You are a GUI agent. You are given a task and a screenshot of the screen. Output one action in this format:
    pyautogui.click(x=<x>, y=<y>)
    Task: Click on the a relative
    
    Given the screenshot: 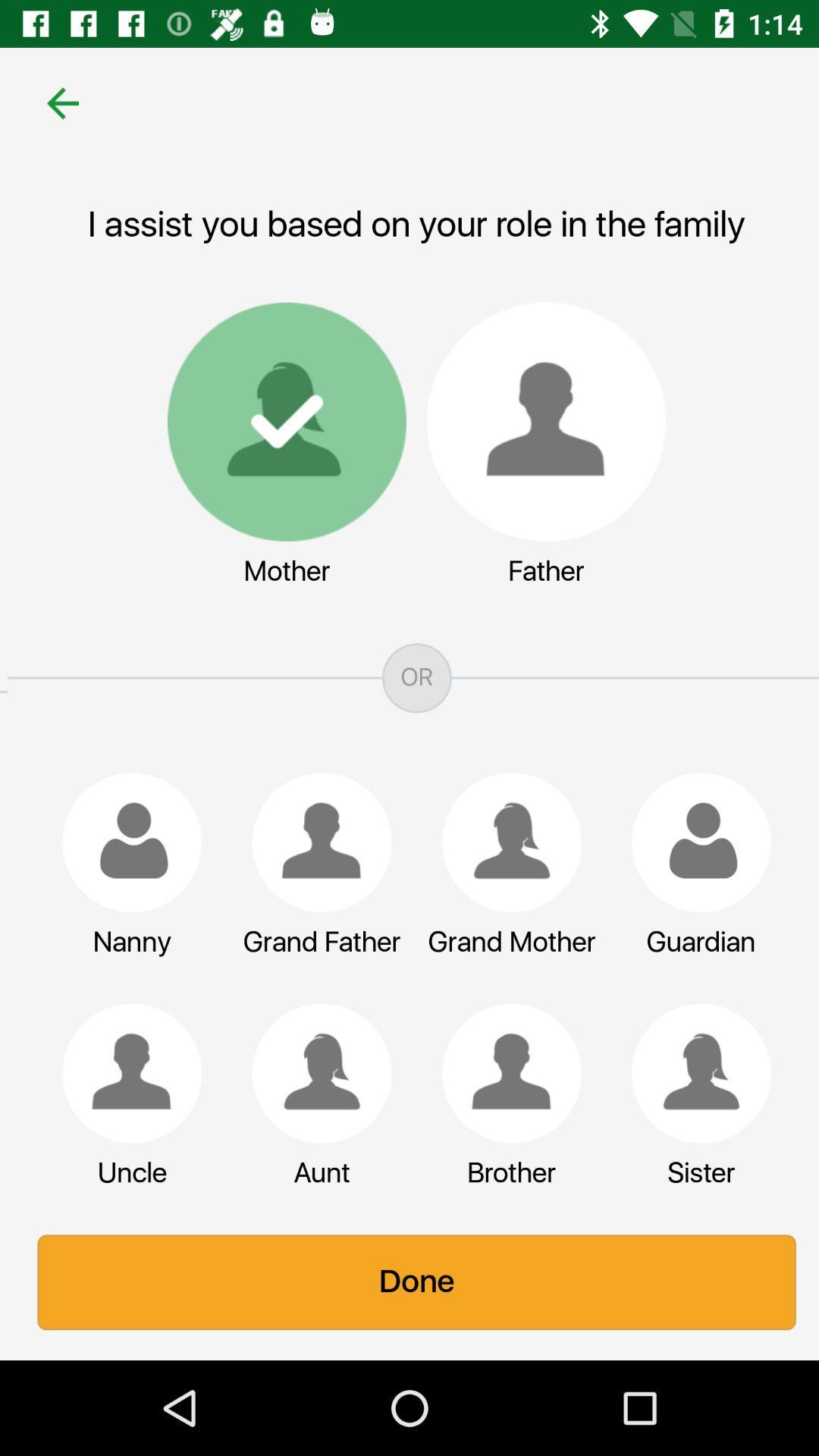 What is the action you would take?
    pyautogui.click(x=124, y=1072)
    